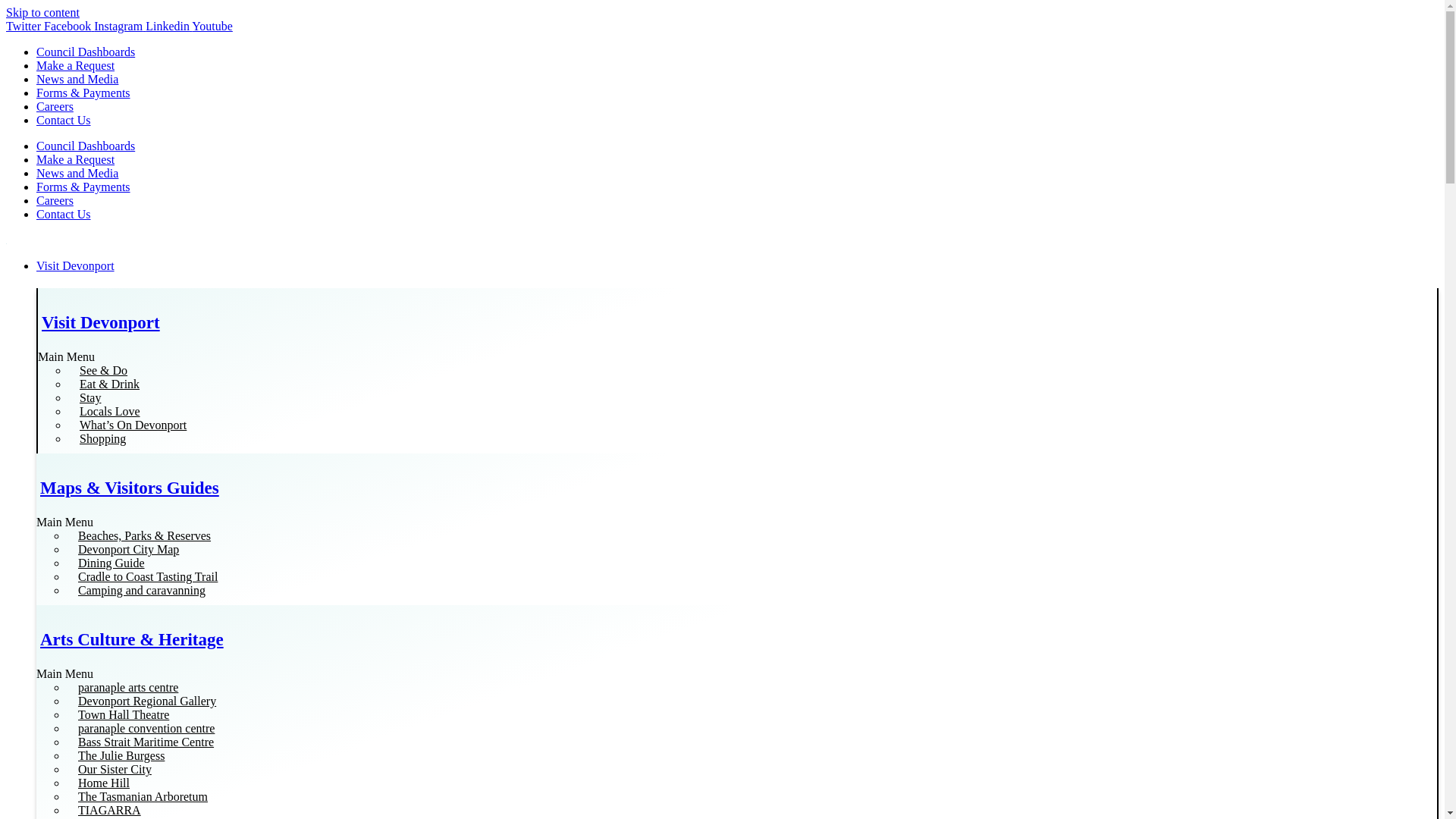  What do you see at coordinates (120, 755) in the screenshot?
I see `'The Julie Burgess'` at bounding box center [120, 755].